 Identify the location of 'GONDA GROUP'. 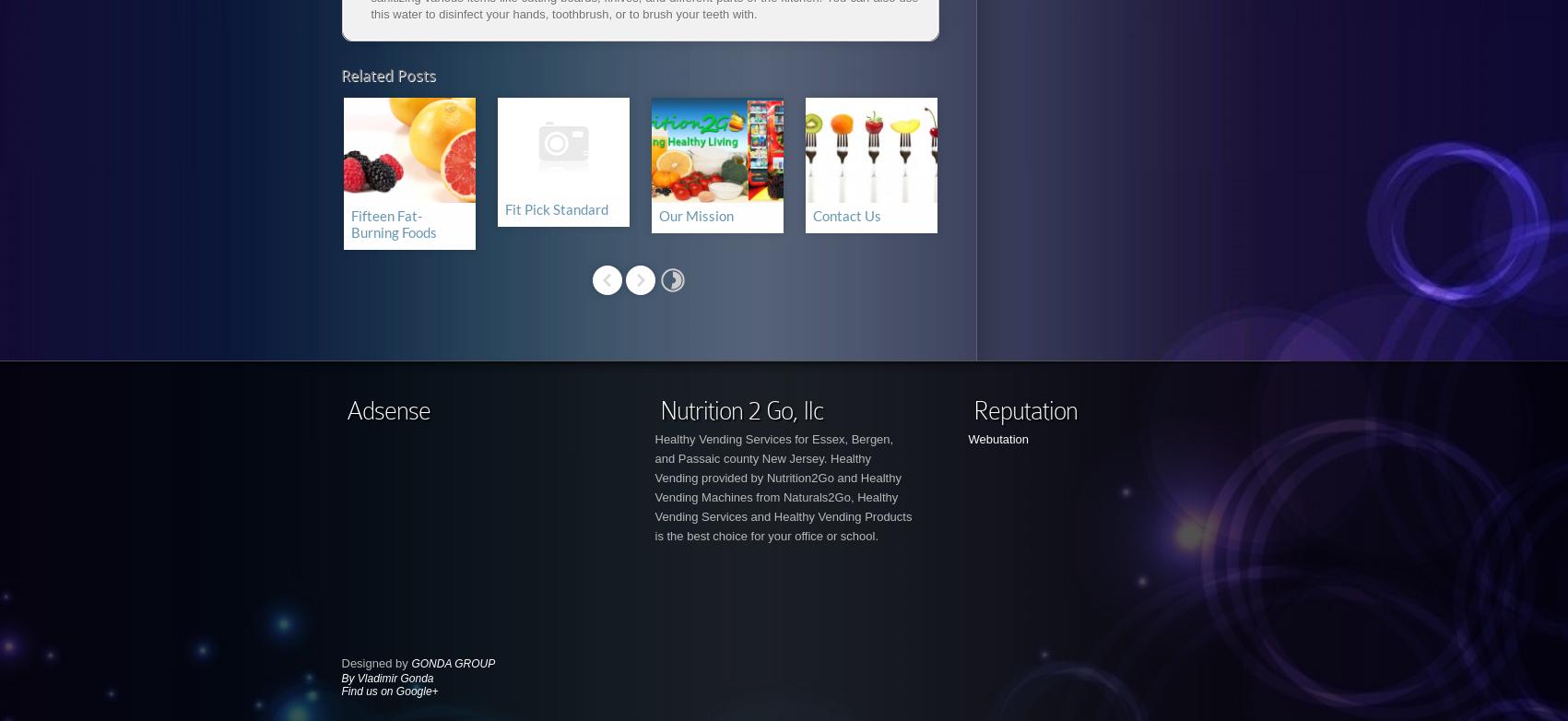
(410, 662).